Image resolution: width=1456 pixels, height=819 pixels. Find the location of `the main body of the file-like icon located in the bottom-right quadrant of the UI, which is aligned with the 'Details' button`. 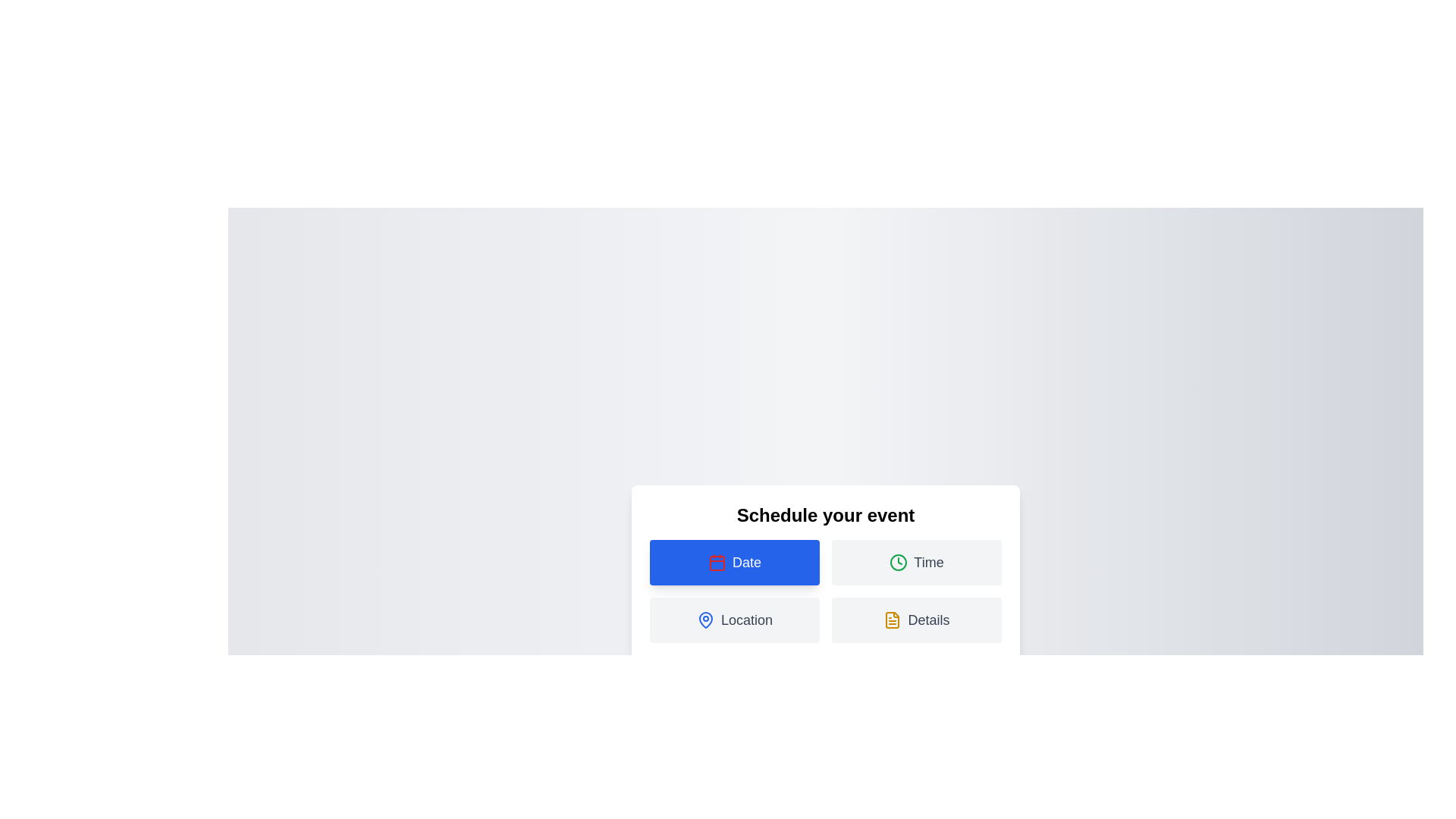

the main body of the file-like icon located in the bottom-right quadrant of the UI, which is aligned with the 'Details' button is located at coordinates (893, 620).